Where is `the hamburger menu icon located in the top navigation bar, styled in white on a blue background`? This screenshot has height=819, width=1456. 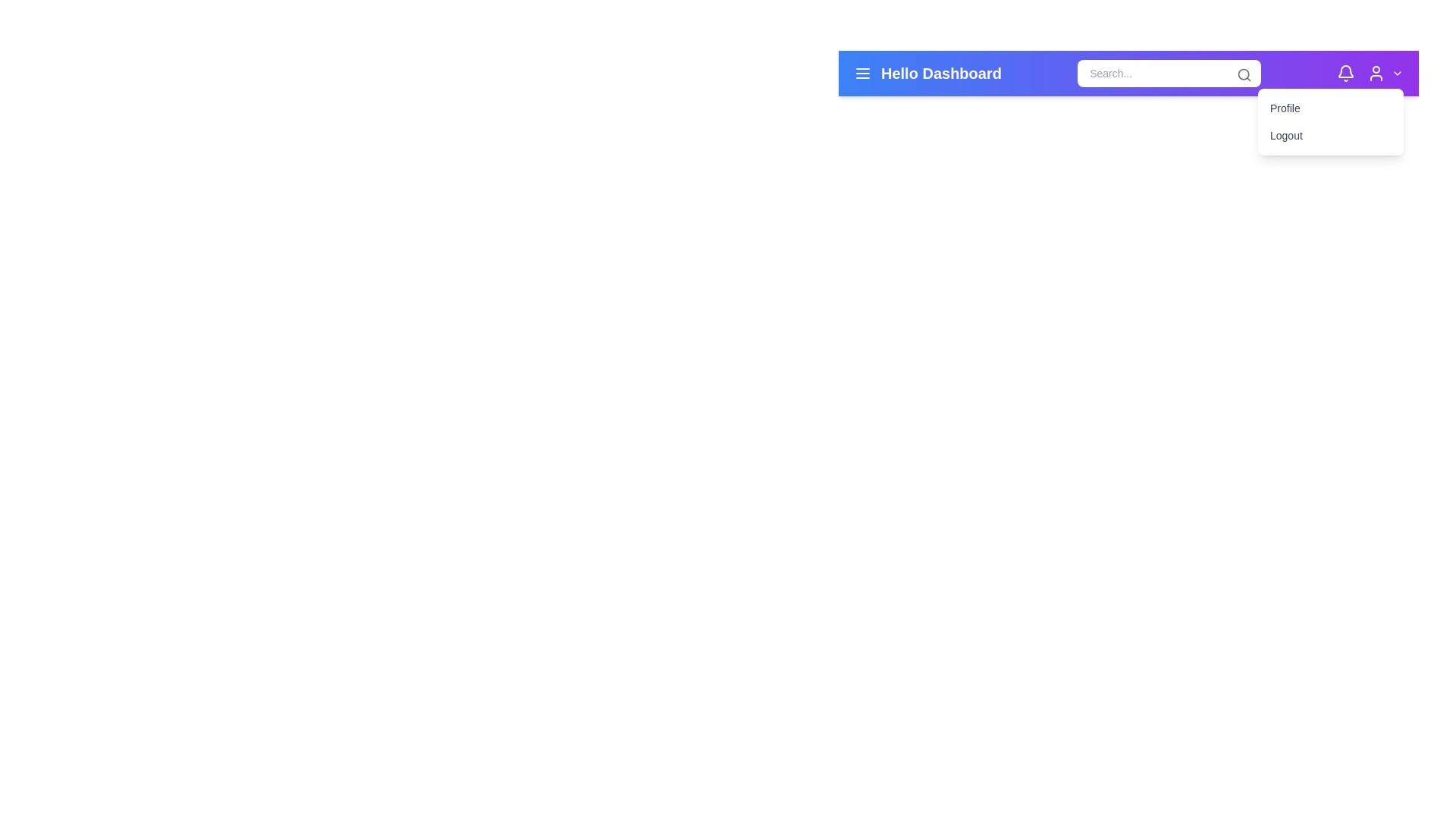
the hamburger menu icon located in the top navigation bar, styled in white on a blue background is located at coordinates (862, 73).